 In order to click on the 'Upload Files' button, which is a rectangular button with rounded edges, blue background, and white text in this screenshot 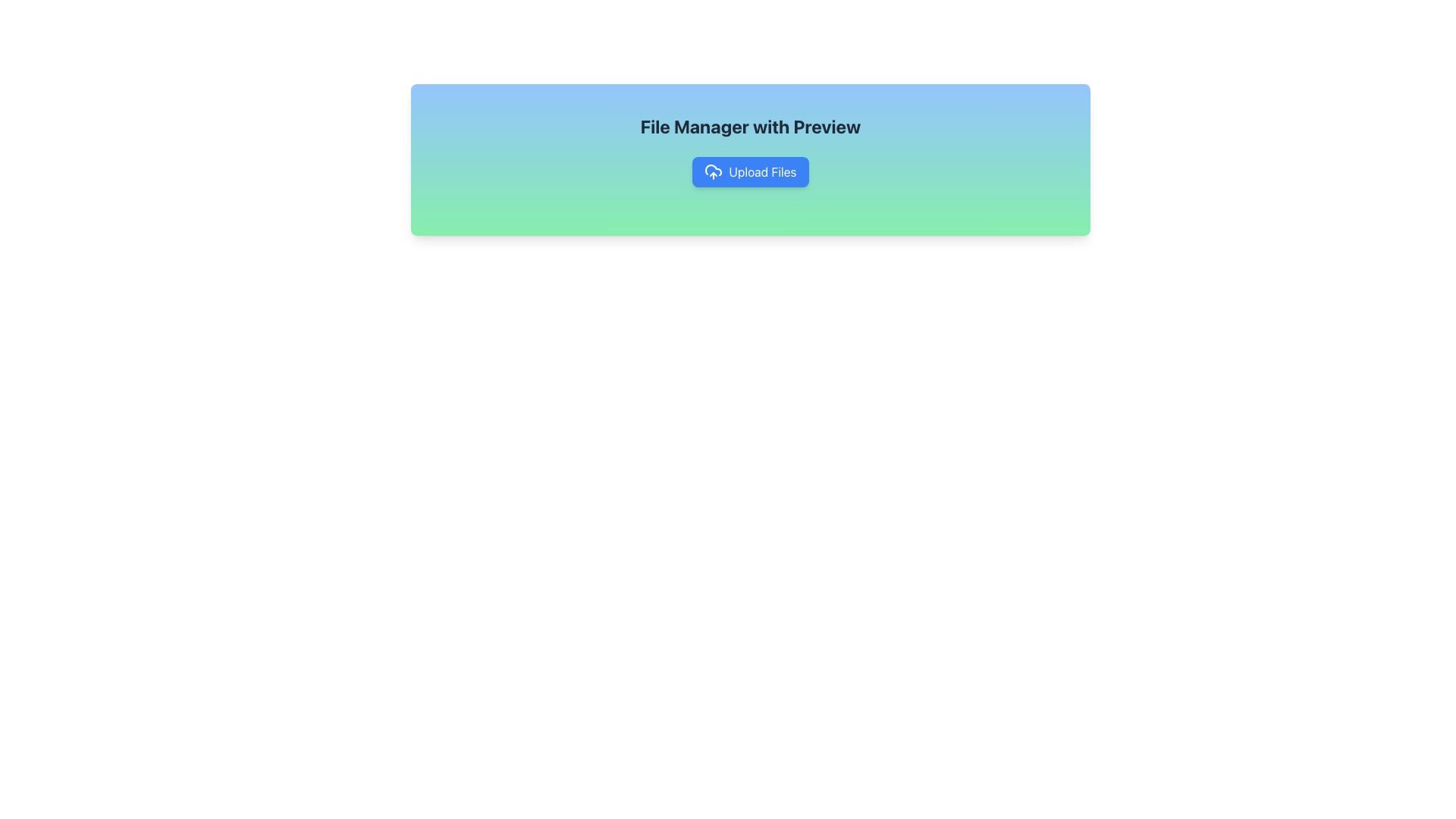, I will do `click(750, 171)`.